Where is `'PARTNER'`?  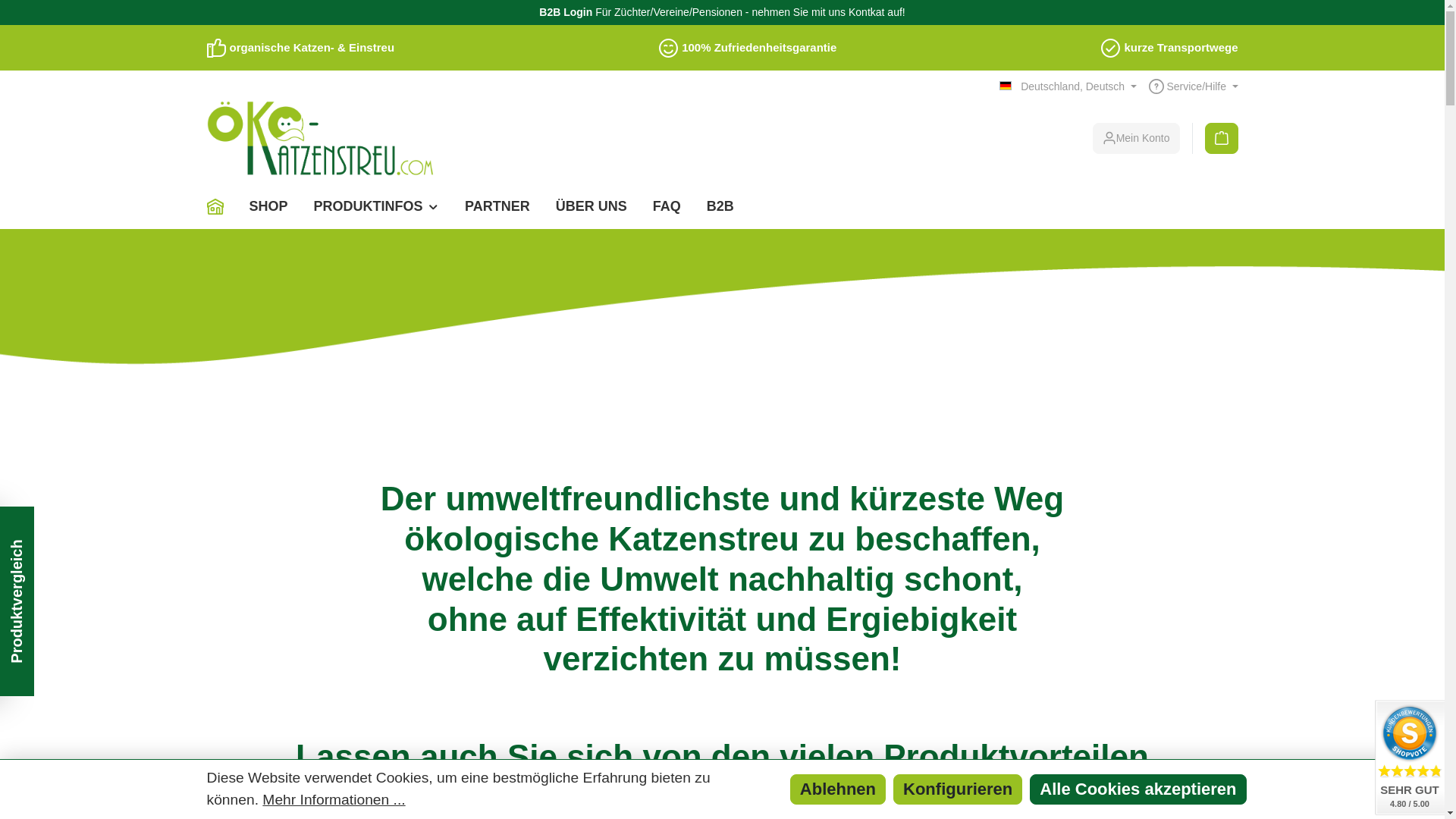
'PARTNER' is located at coordinates (497, 206).